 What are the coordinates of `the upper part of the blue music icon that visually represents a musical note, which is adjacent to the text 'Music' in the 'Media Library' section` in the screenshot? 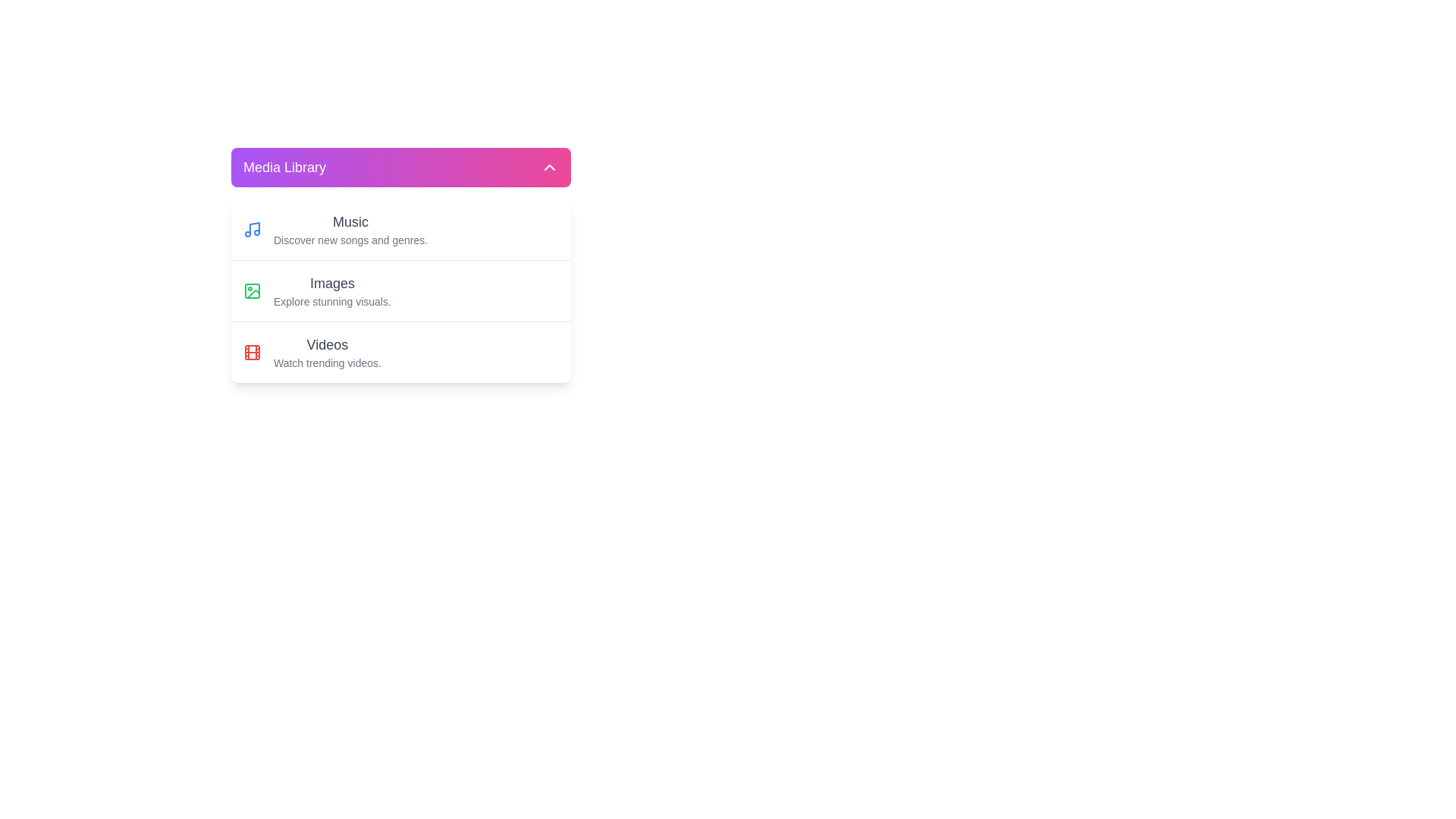 It's located at (255, 227).